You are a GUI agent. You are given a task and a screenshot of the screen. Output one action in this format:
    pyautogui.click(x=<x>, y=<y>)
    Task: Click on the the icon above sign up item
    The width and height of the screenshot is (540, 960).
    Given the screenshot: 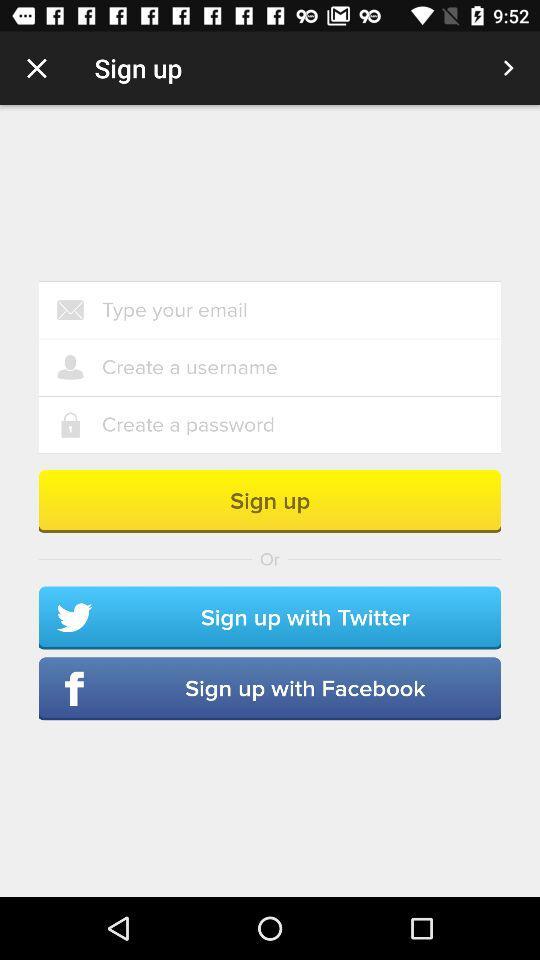 What is the action you would take?
    pyautogui.click(x=300, y=425)
    